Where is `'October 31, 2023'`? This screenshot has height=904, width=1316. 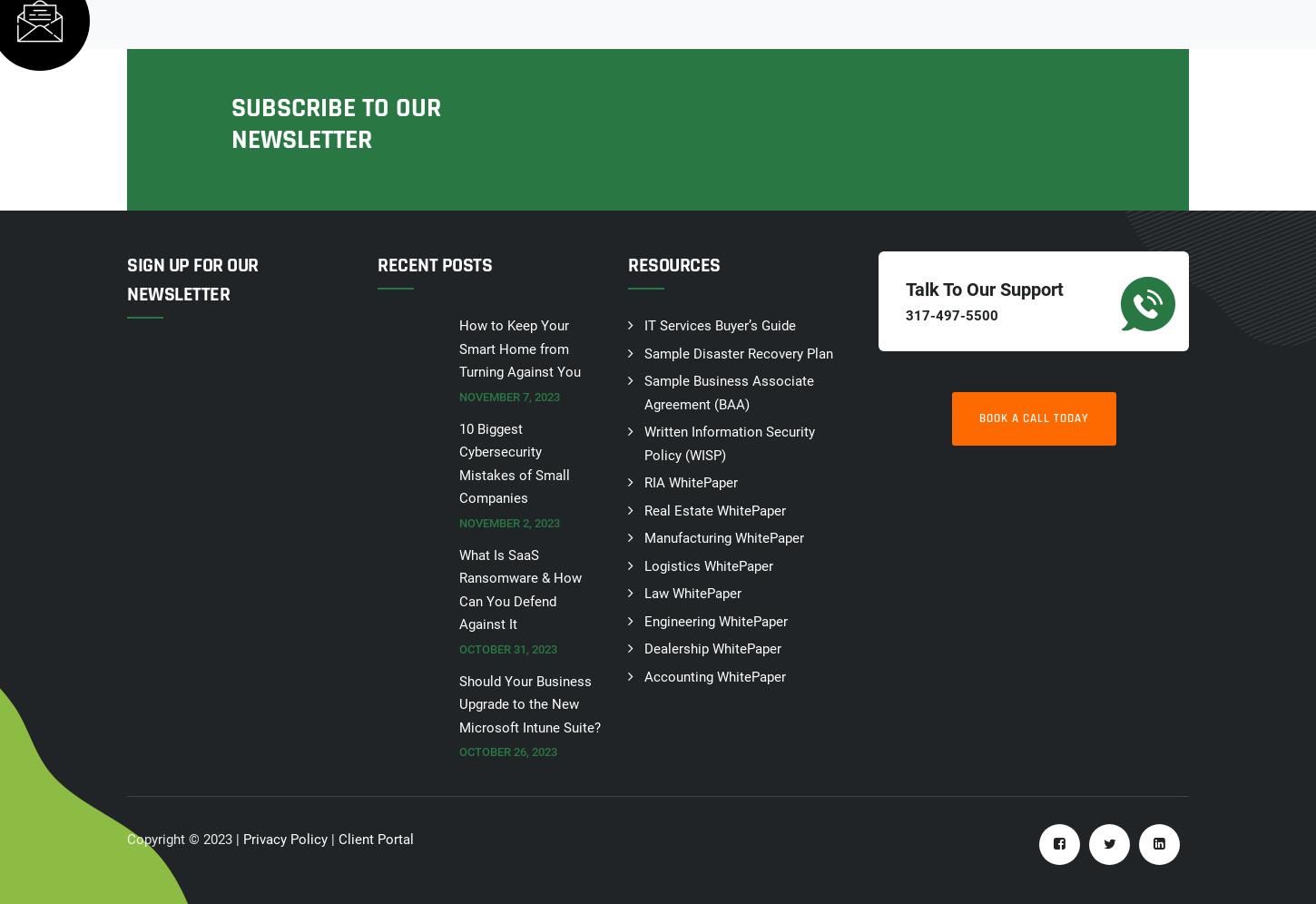
'October 31, 2023' is located at coordinates (507, 647).